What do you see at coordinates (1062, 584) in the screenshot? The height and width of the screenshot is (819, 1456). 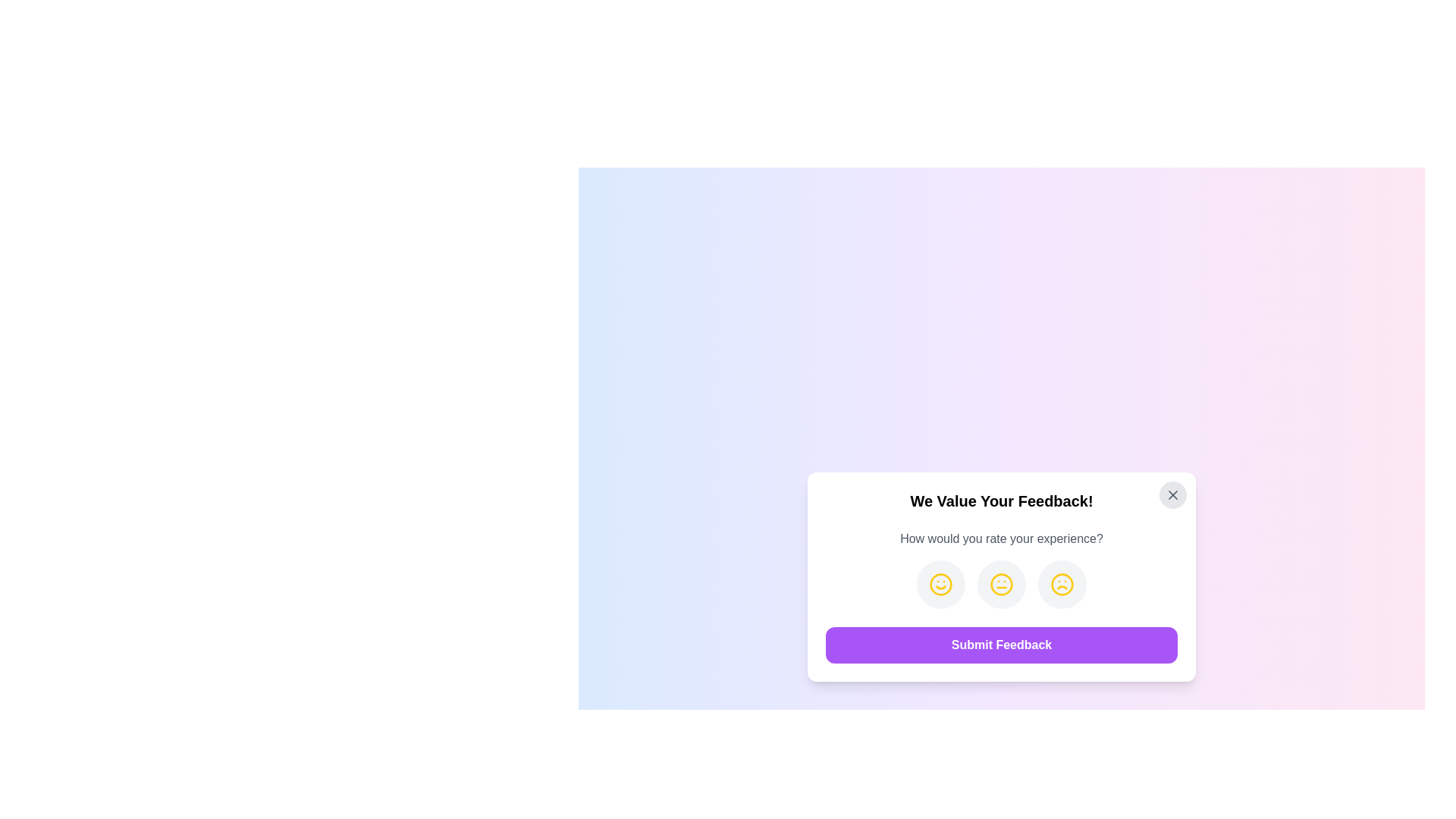 I see `the yellow circular icon with a frowning face, which is the third icon in a horizontal row depicting facial expressions` at bounding box center [1062, 584].